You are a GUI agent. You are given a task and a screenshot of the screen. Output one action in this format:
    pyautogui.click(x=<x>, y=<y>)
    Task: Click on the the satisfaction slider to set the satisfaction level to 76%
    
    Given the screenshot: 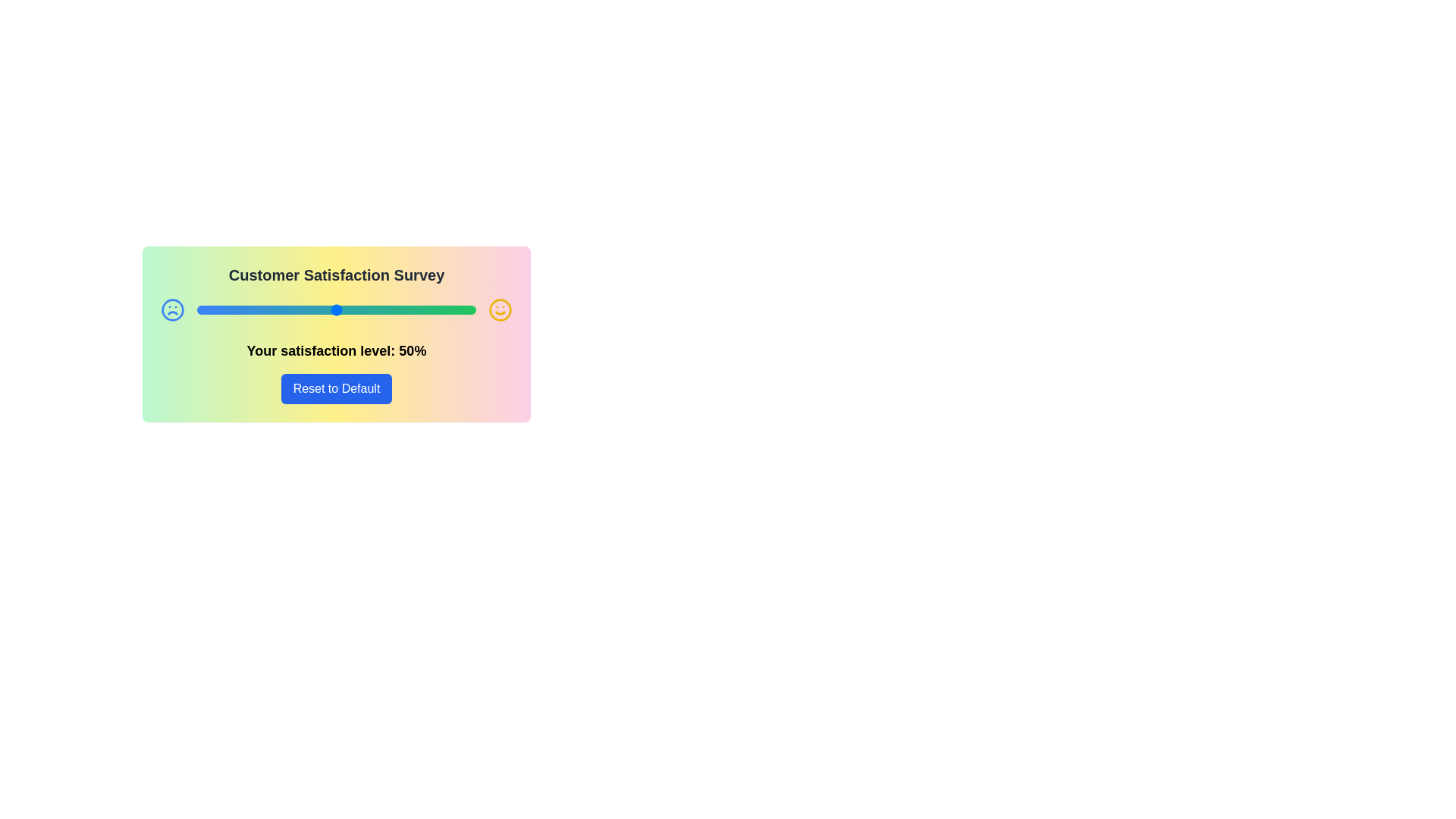 What is the action you would take?
    pyautogui.click(x=409, y=309)
    